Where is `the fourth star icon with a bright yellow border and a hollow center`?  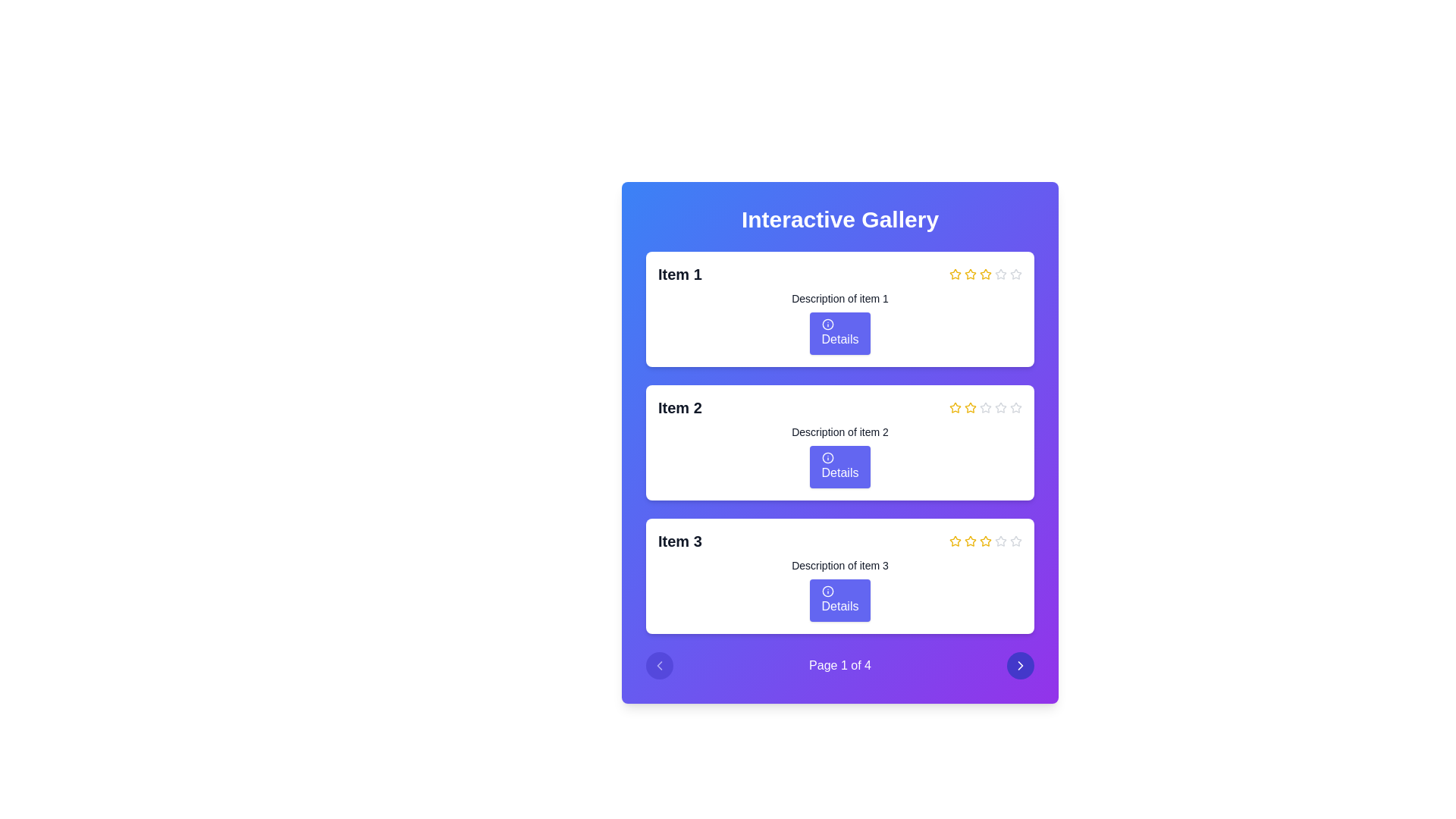
the fourth star icon with a bright yellow border and a hollow center is located at coordinates (986, 275).